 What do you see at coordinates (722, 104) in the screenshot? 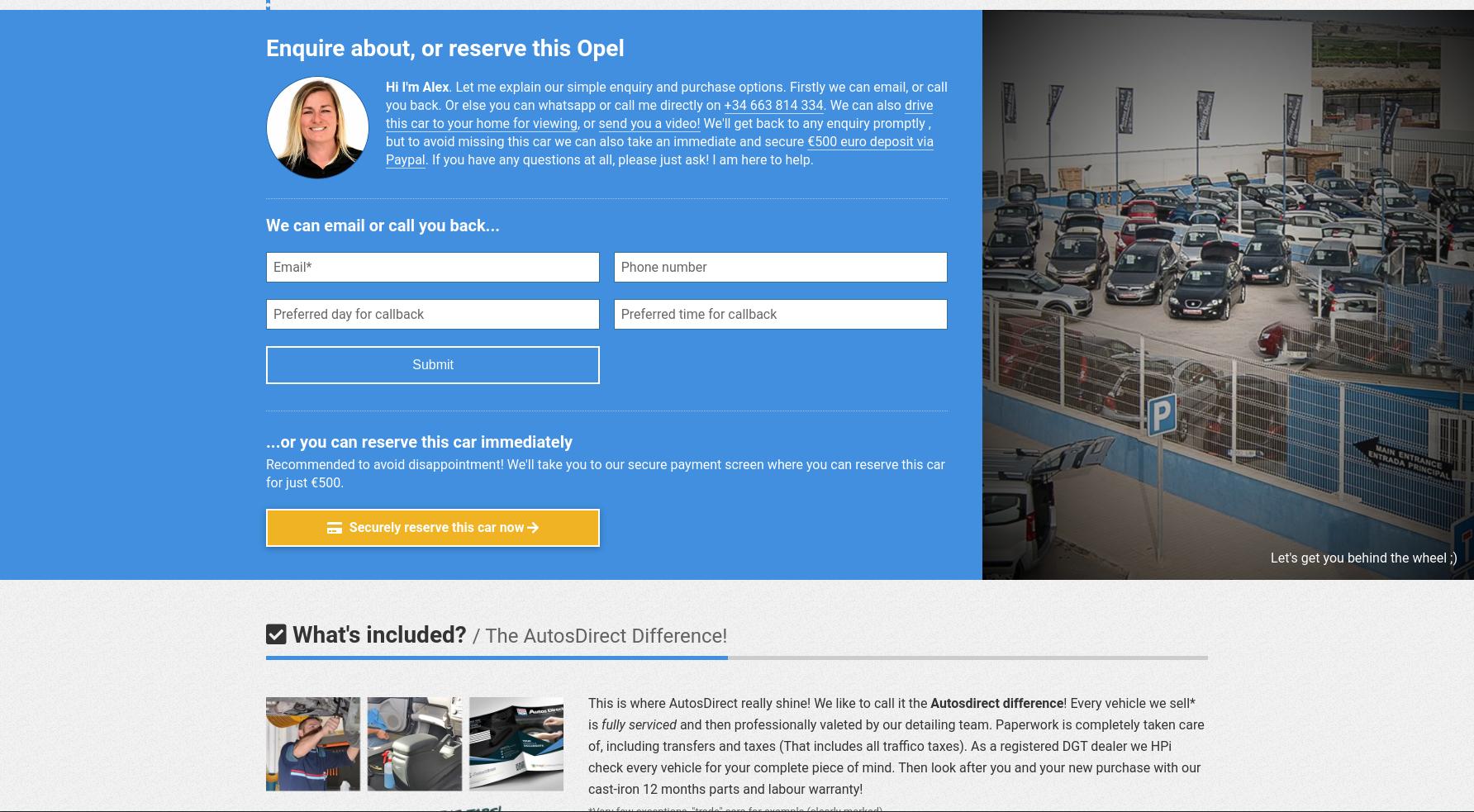
I see `'+34 663 814 334'` at bounding box center [722, 104].